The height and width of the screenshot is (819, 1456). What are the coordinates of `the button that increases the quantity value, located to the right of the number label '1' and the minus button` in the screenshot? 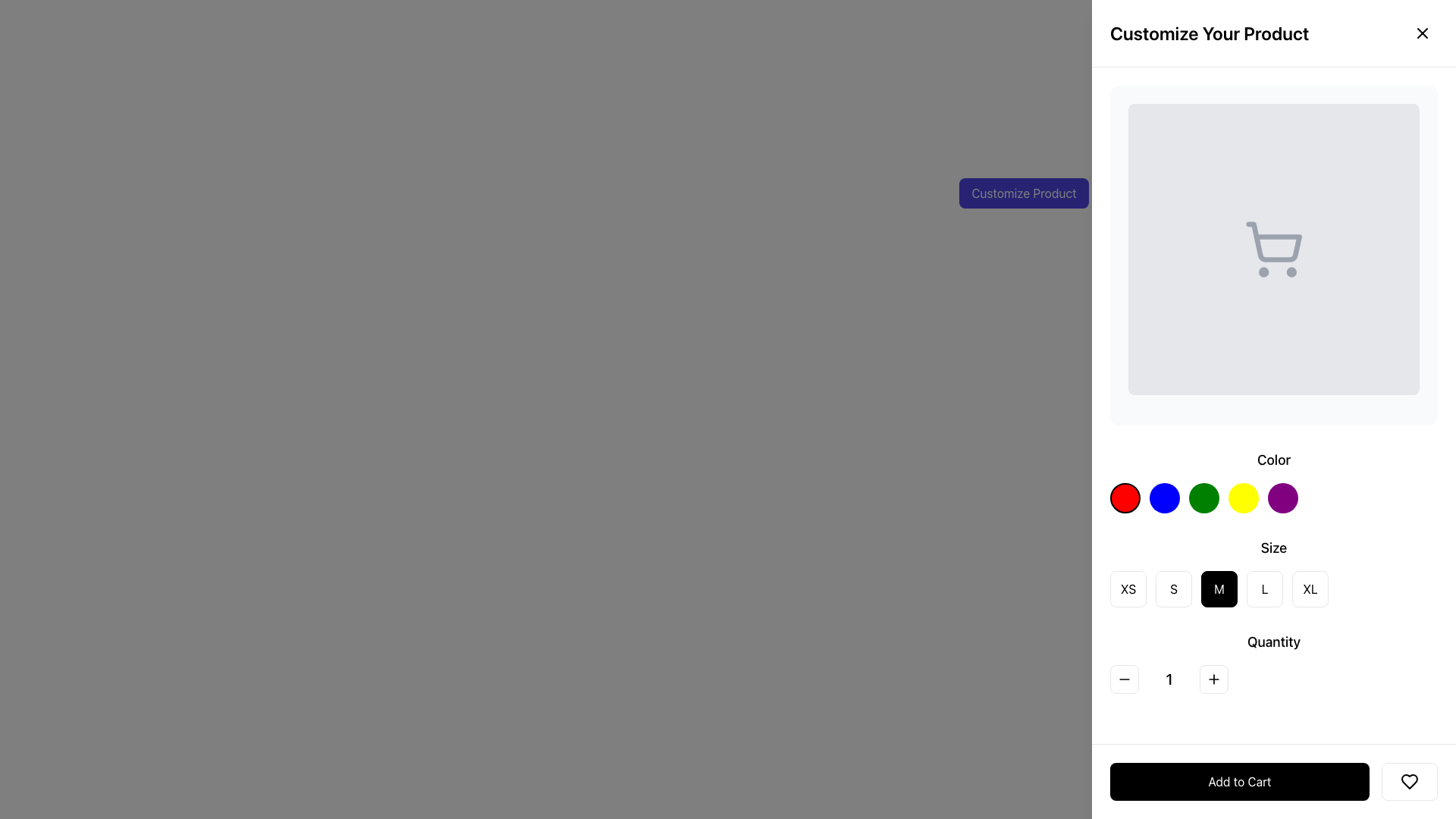 It's located at (1214, 678).